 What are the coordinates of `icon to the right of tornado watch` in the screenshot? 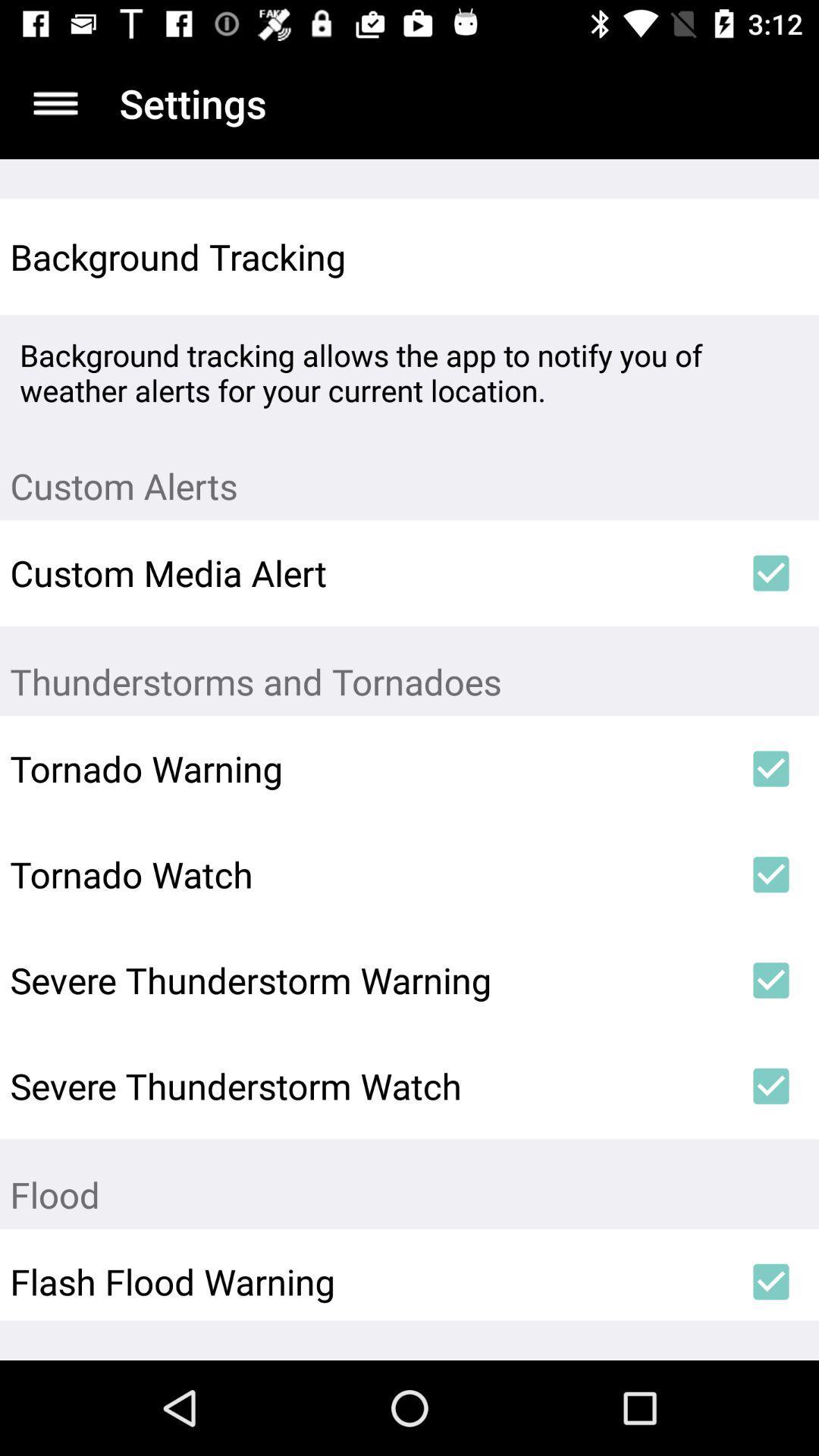 It's located at (771, 874).